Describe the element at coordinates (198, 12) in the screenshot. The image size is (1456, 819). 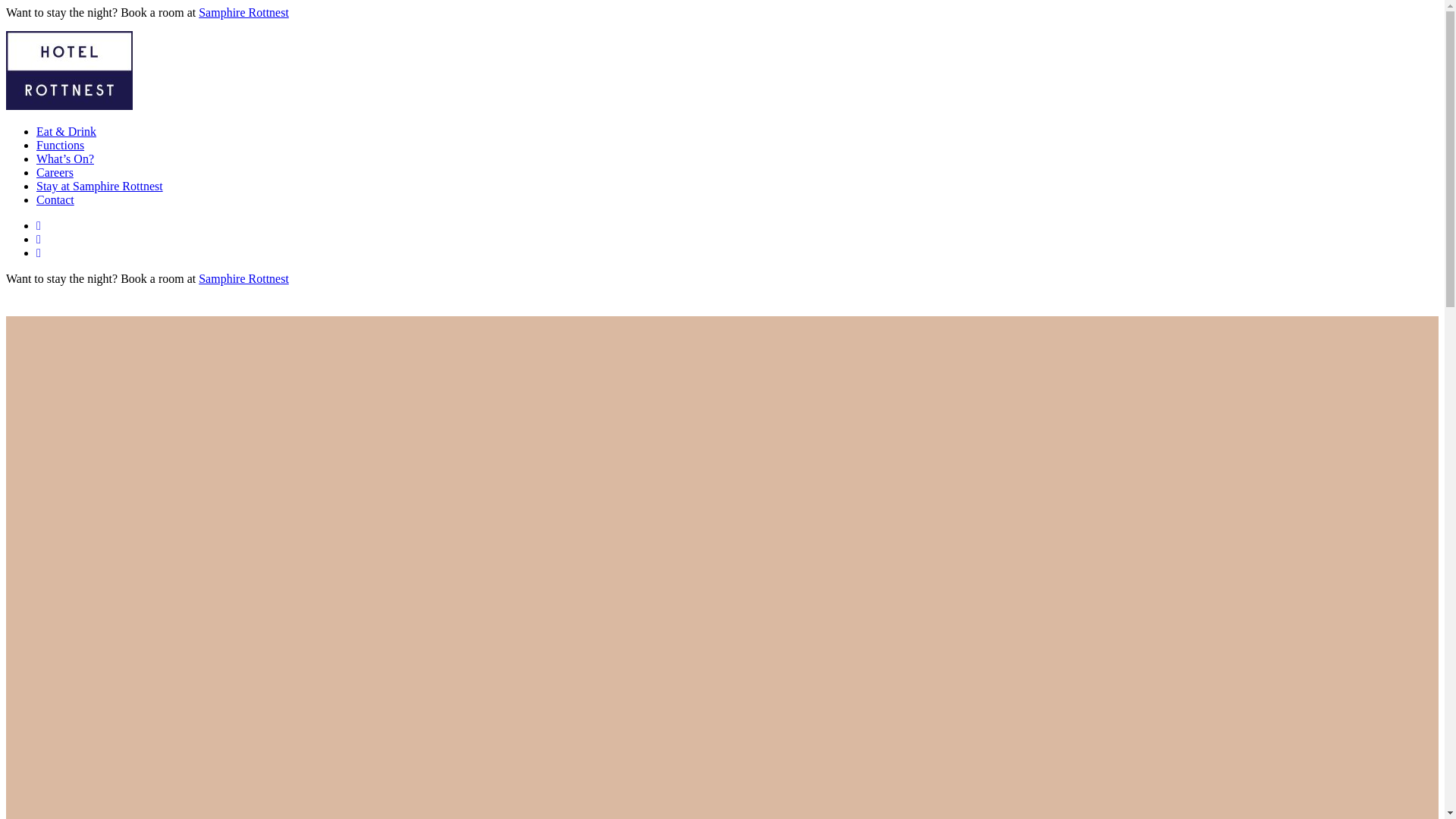
I see `'Samphire Rottnest'` at that location.